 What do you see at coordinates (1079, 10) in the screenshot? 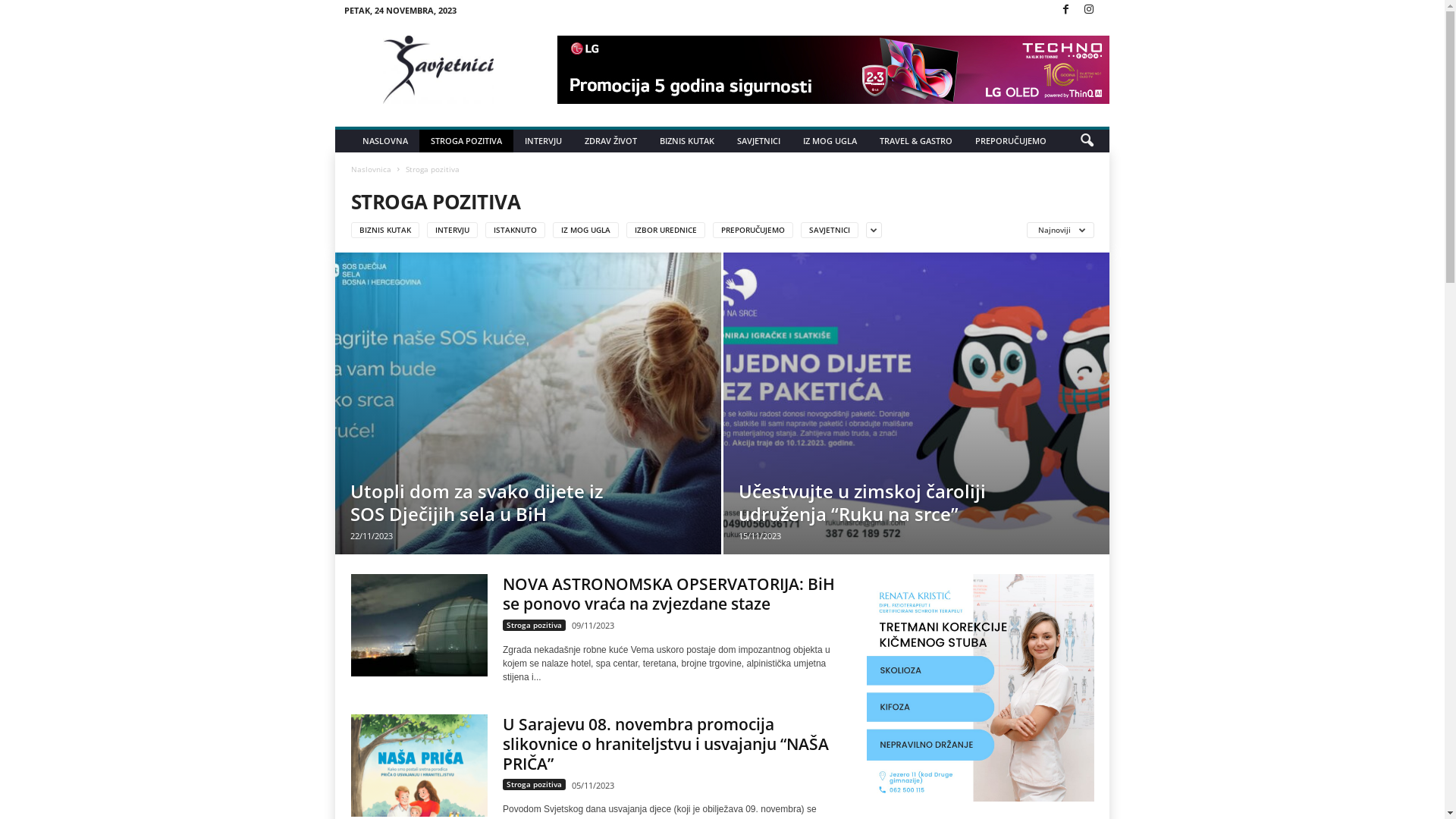
I see `'Instagram'` at bounding box center [1079, 10].